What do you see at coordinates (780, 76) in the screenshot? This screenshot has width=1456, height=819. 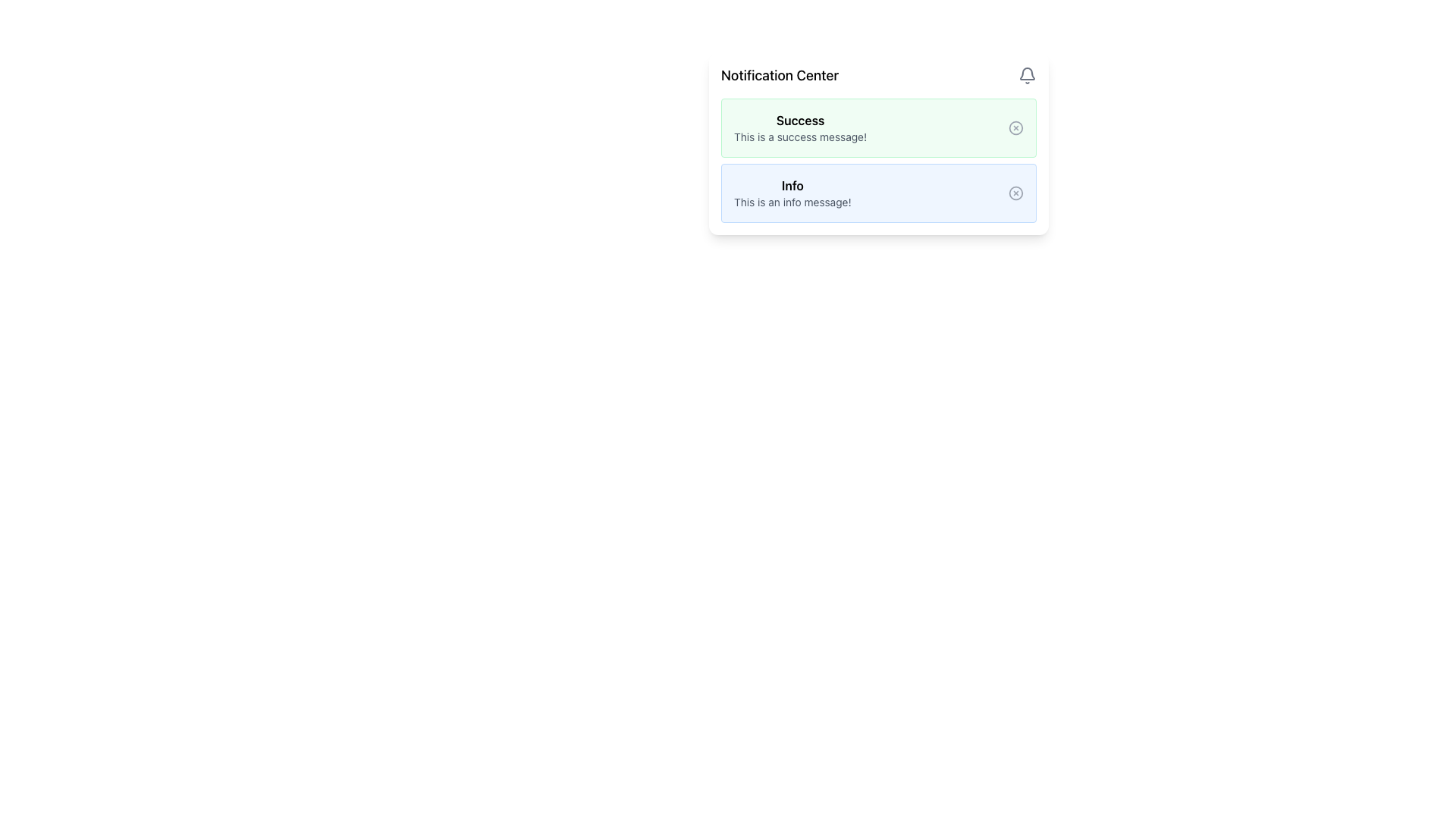 I see `the 'Notification Center' text label, which is a large, bold header displayed at the top of the notification panel` at bounding box center [780, 76].